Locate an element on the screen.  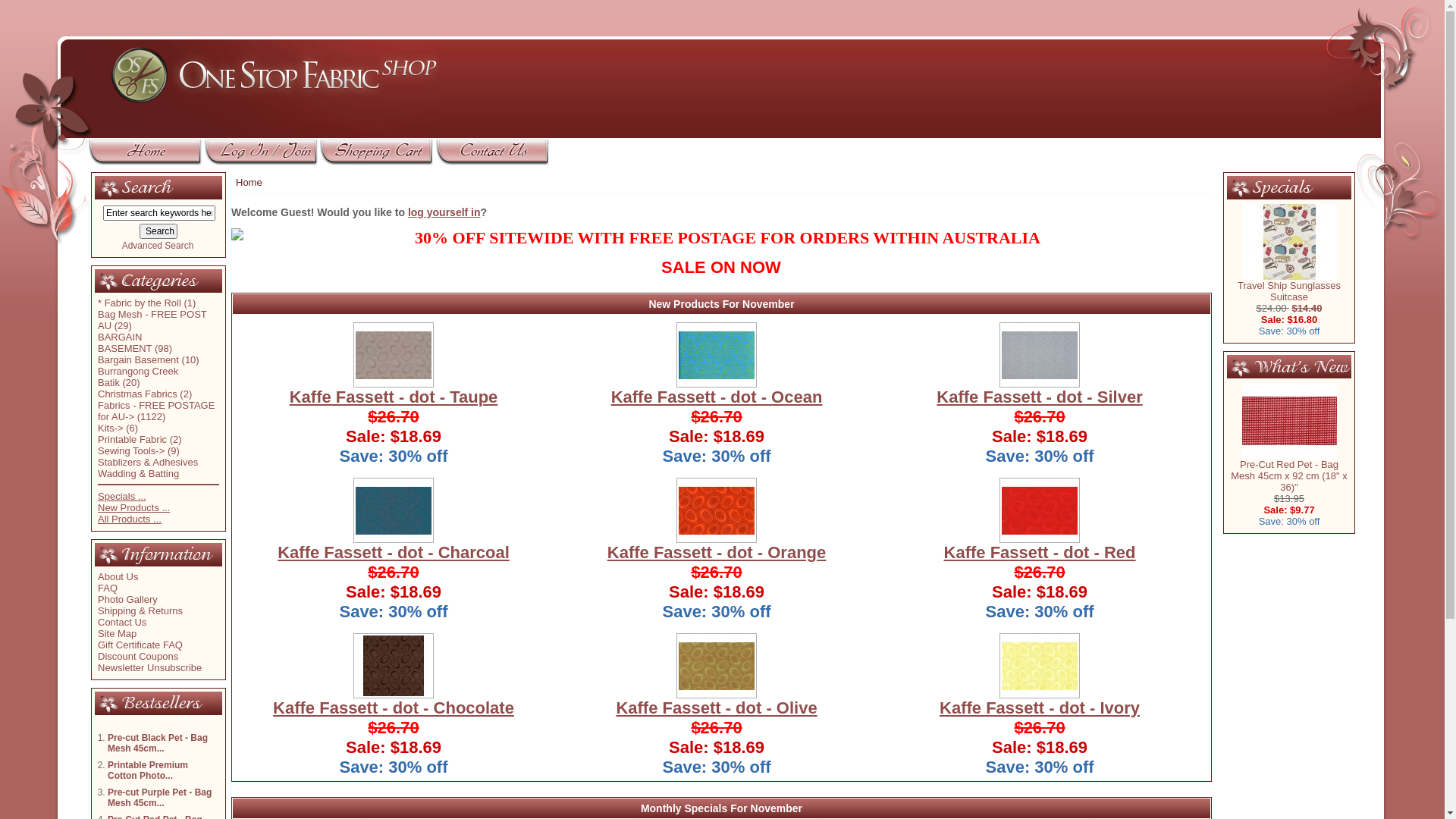
'Kaffe Fassett - dot - Olive' is located at coordinates (715, 708).